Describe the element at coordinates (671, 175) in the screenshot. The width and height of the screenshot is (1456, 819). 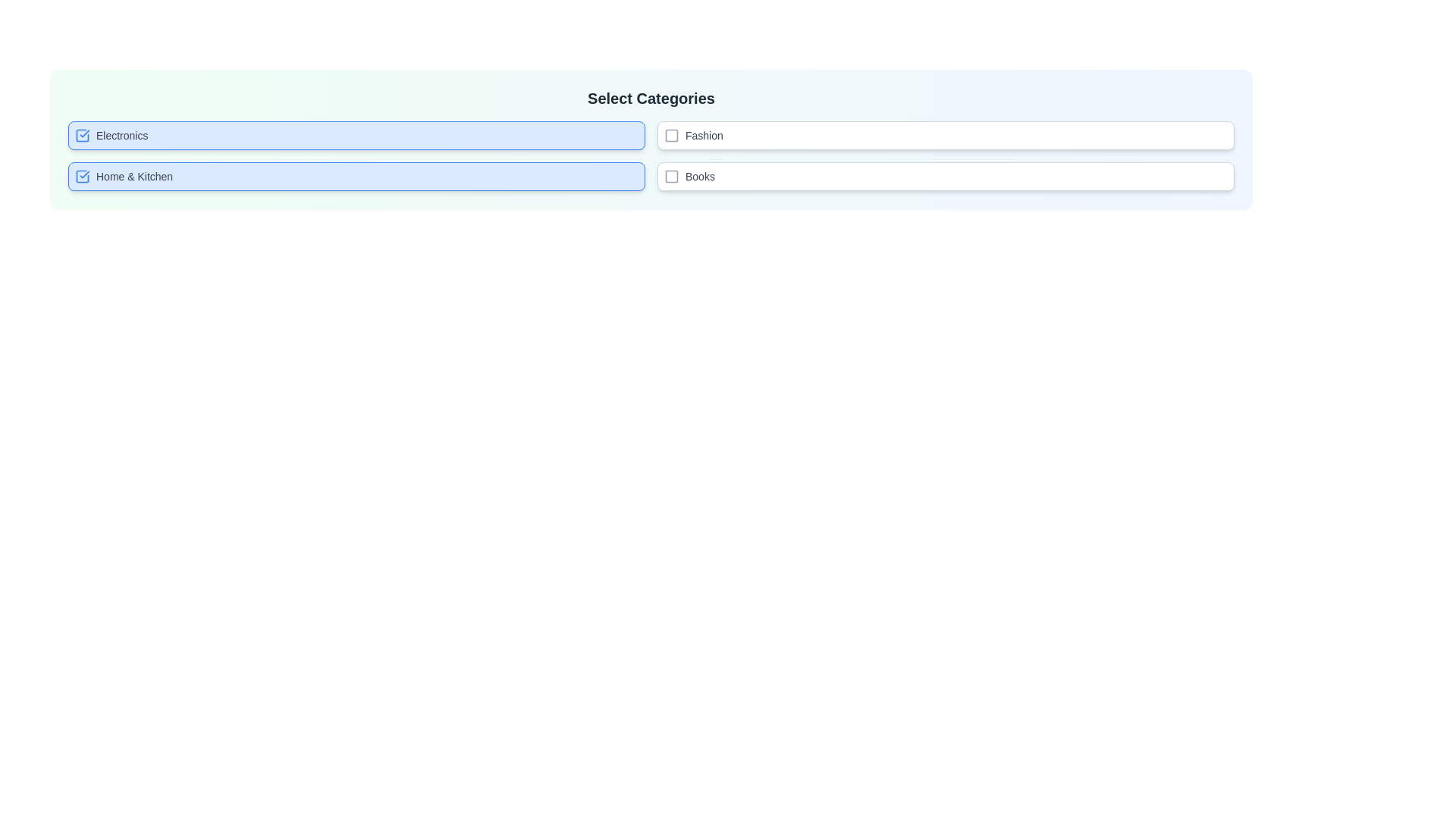
I see `the checkbox located to the immediate left of the text 'Books' in the far-right column under the 'Fashion' row` at that location.